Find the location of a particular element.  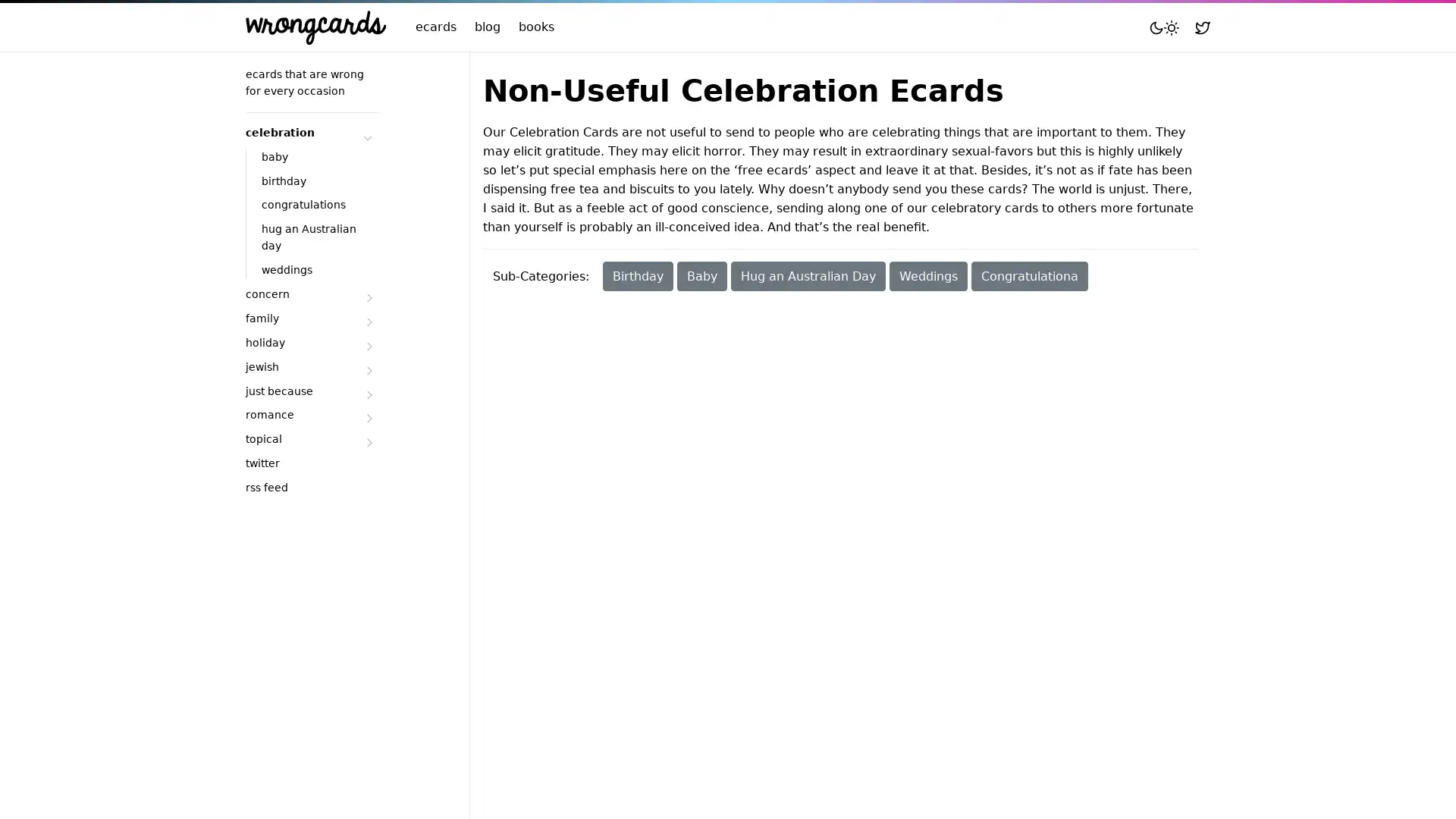

Sub-Categories: is located at coordinates (541, 276).